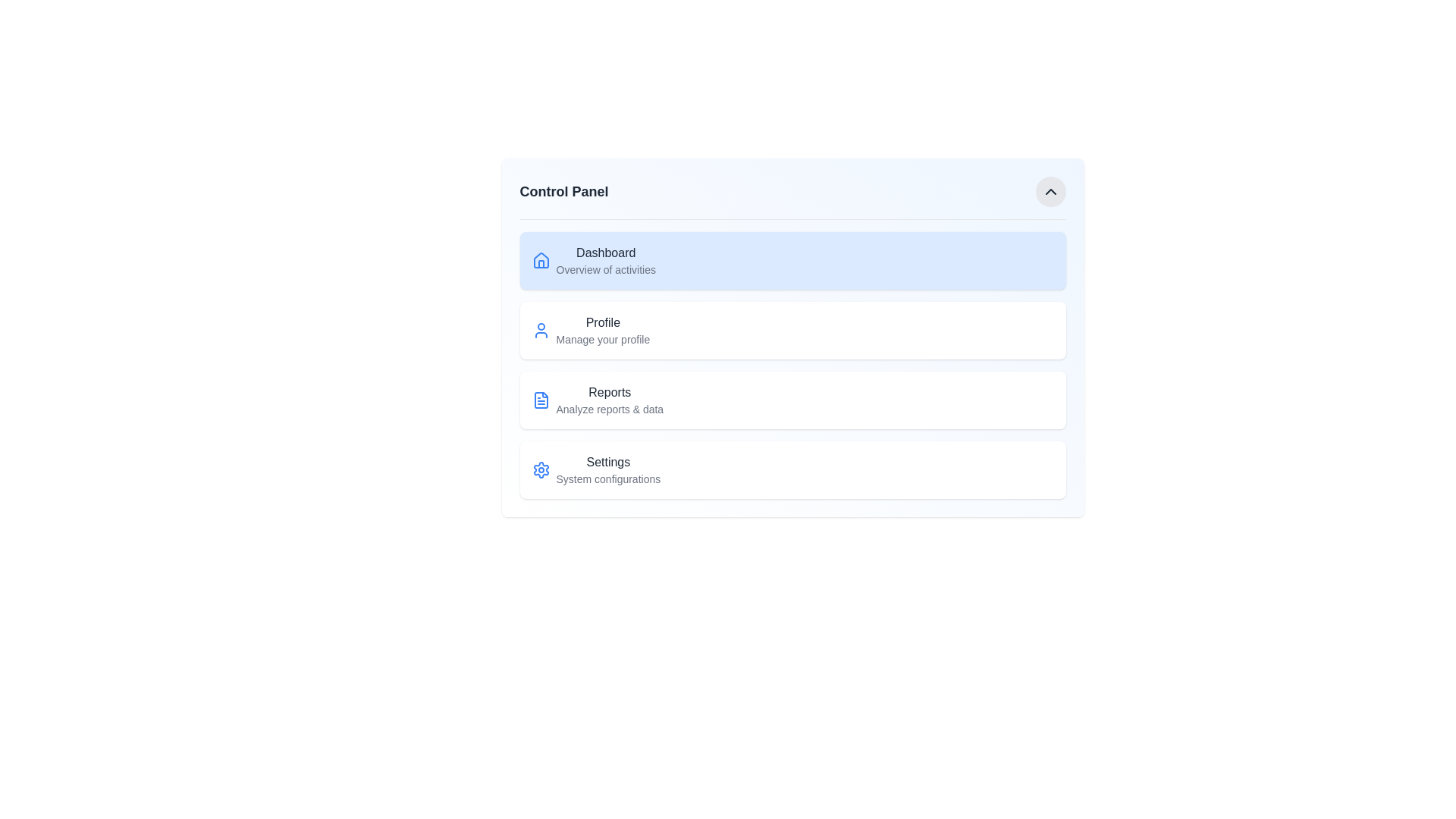 This screenshot has width=1456, height=819. What do you see at coordinates (792, 337) in the screenshot?
I see `the navigation menu panel` at bounding box center [792, 337].